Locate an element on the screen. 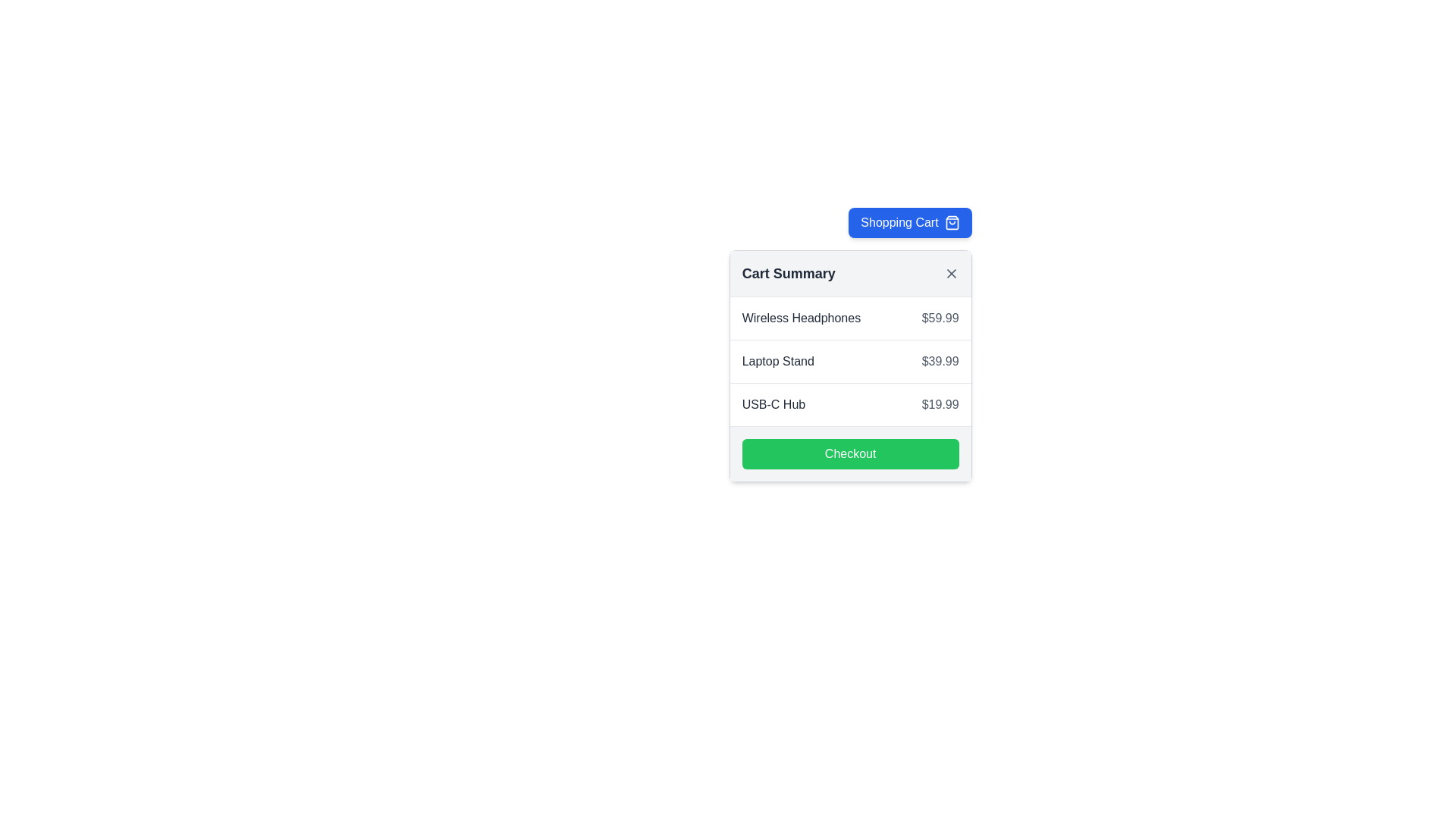  the green 'Checkout' button located at the bottom of the cart summary section to proceed to checkout is located at coordinates (850, 453).